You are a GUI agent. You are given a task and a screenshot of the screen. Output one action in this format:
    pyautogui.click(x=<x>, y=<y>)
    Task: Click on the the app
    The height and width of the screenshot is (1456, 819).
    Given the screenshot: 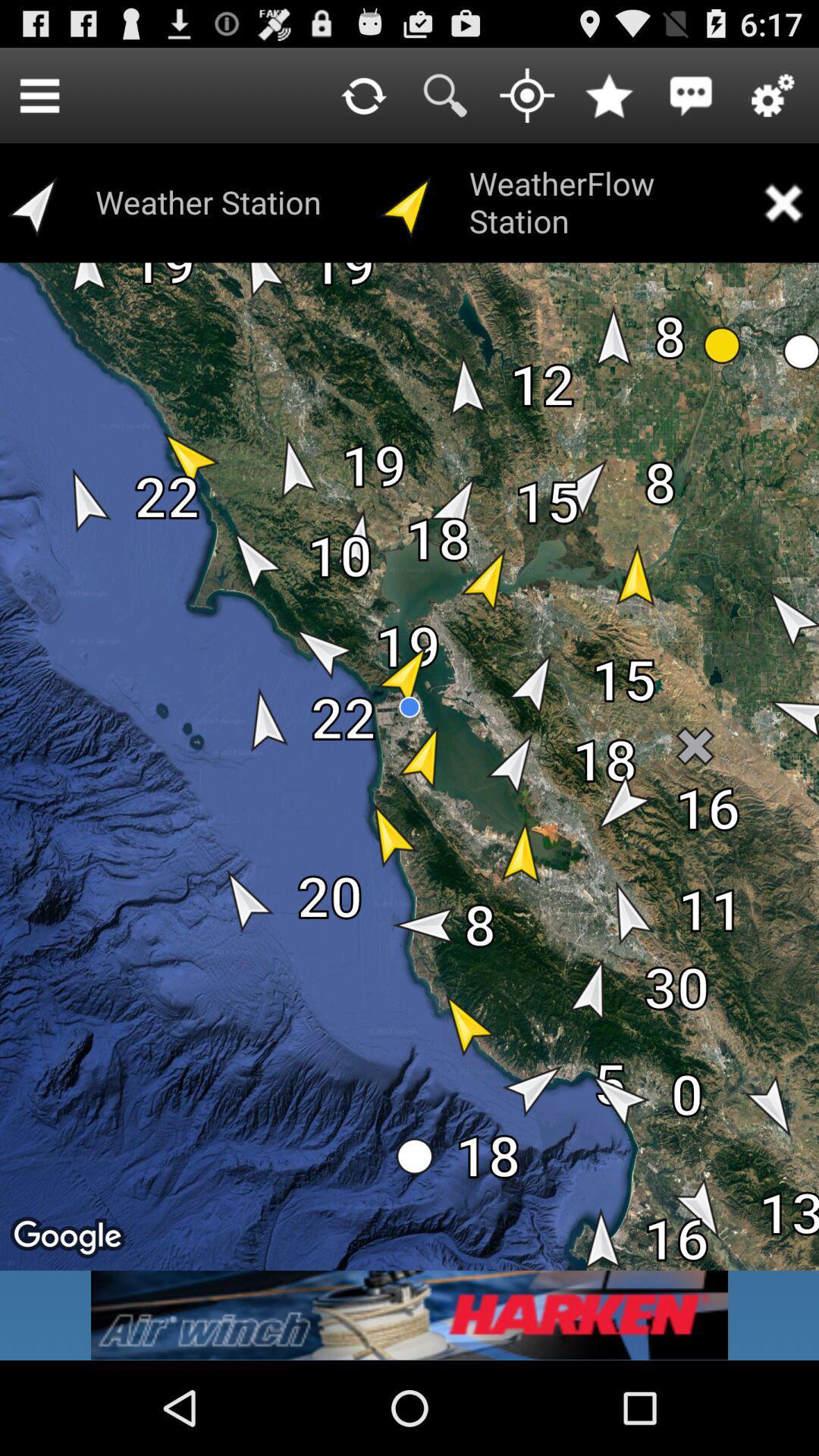 What is the action you would take?
    pyautogui.click(x=783, y=202)
    